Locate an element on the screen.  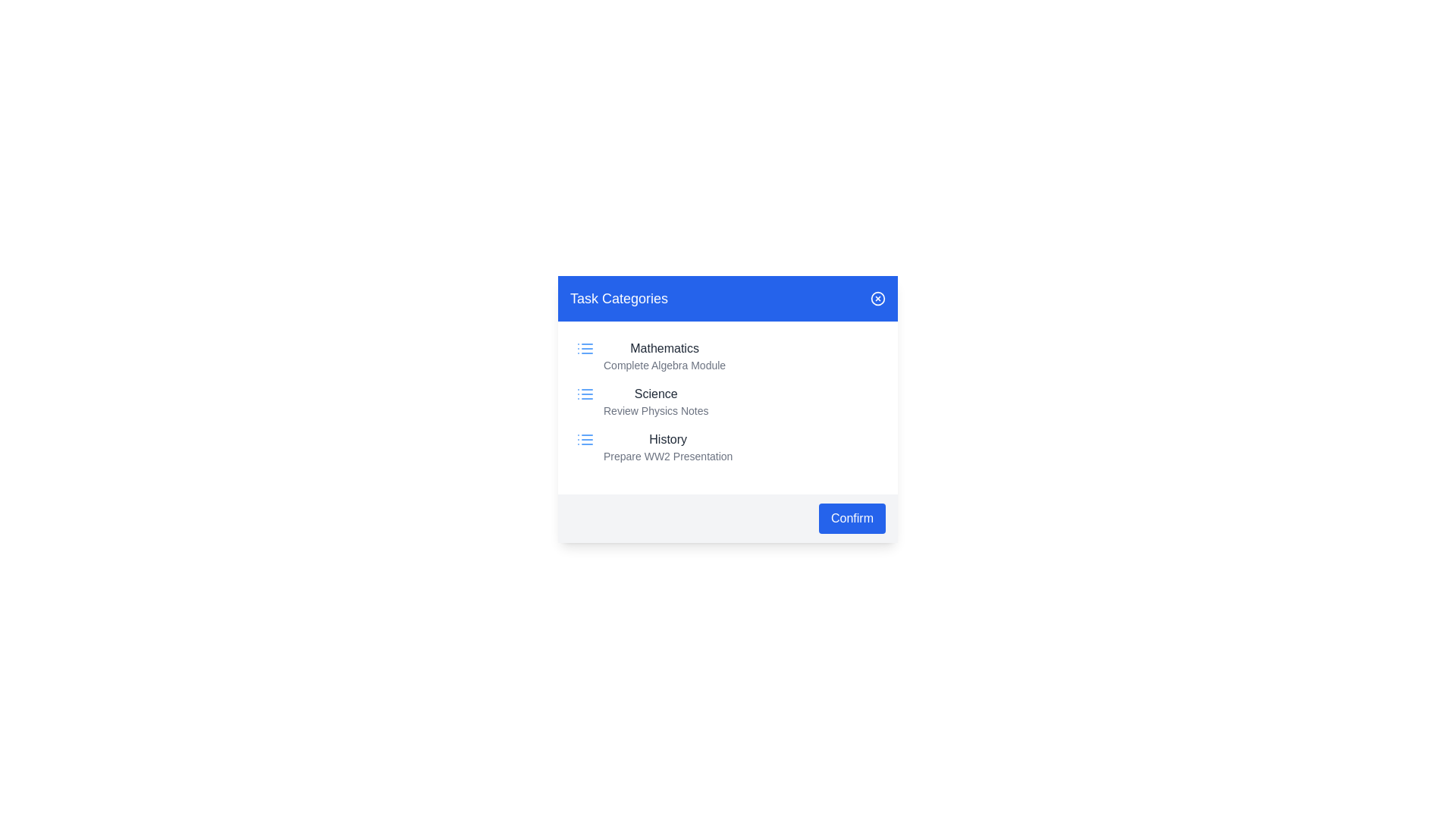
the icon next to the category Science is located at coordinates (585, 394).